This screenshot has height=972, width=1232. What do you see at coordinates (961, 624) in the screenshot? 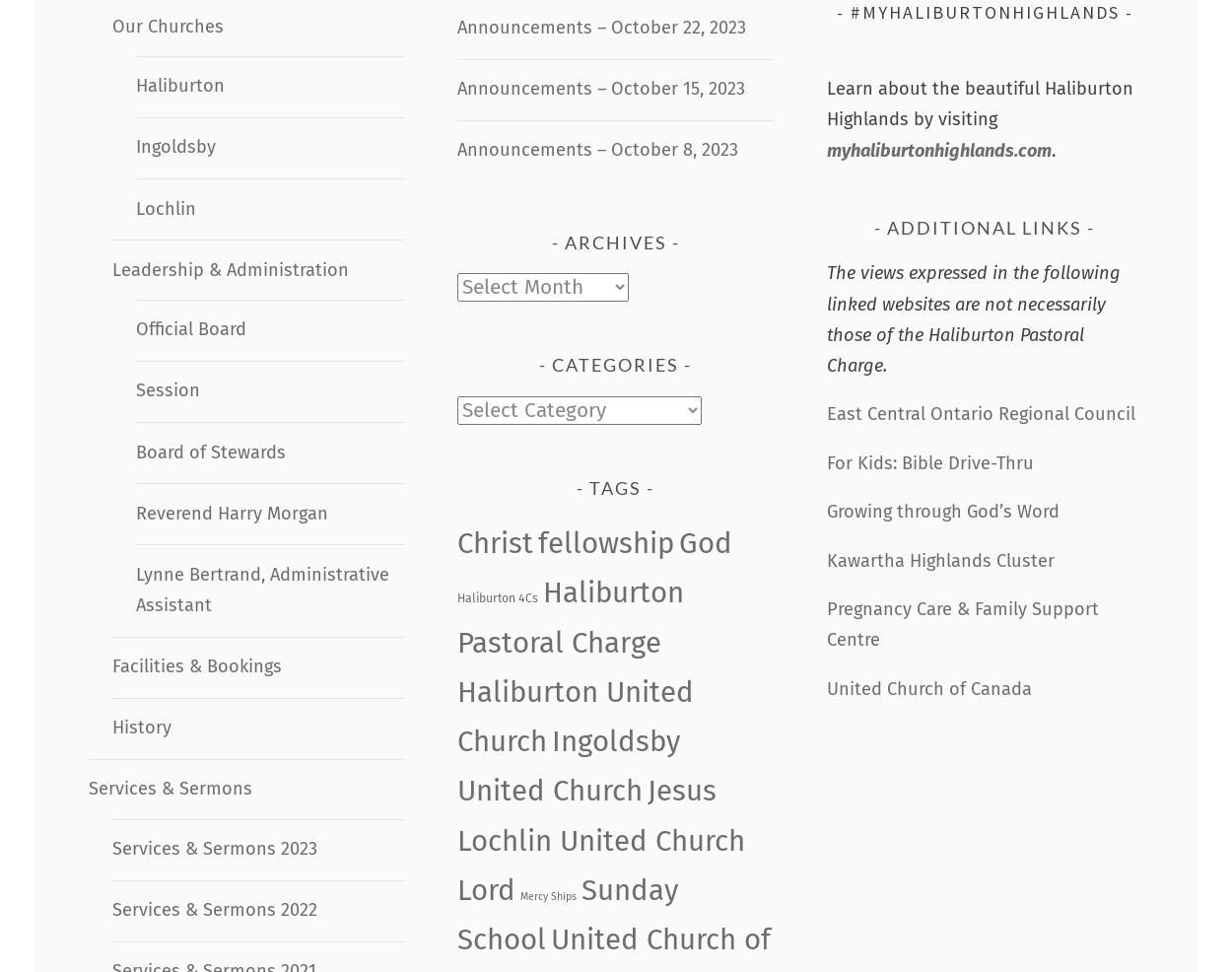
I see `'Pregnancy Care & Family Support Centre'` at bounding box center [961, 624].